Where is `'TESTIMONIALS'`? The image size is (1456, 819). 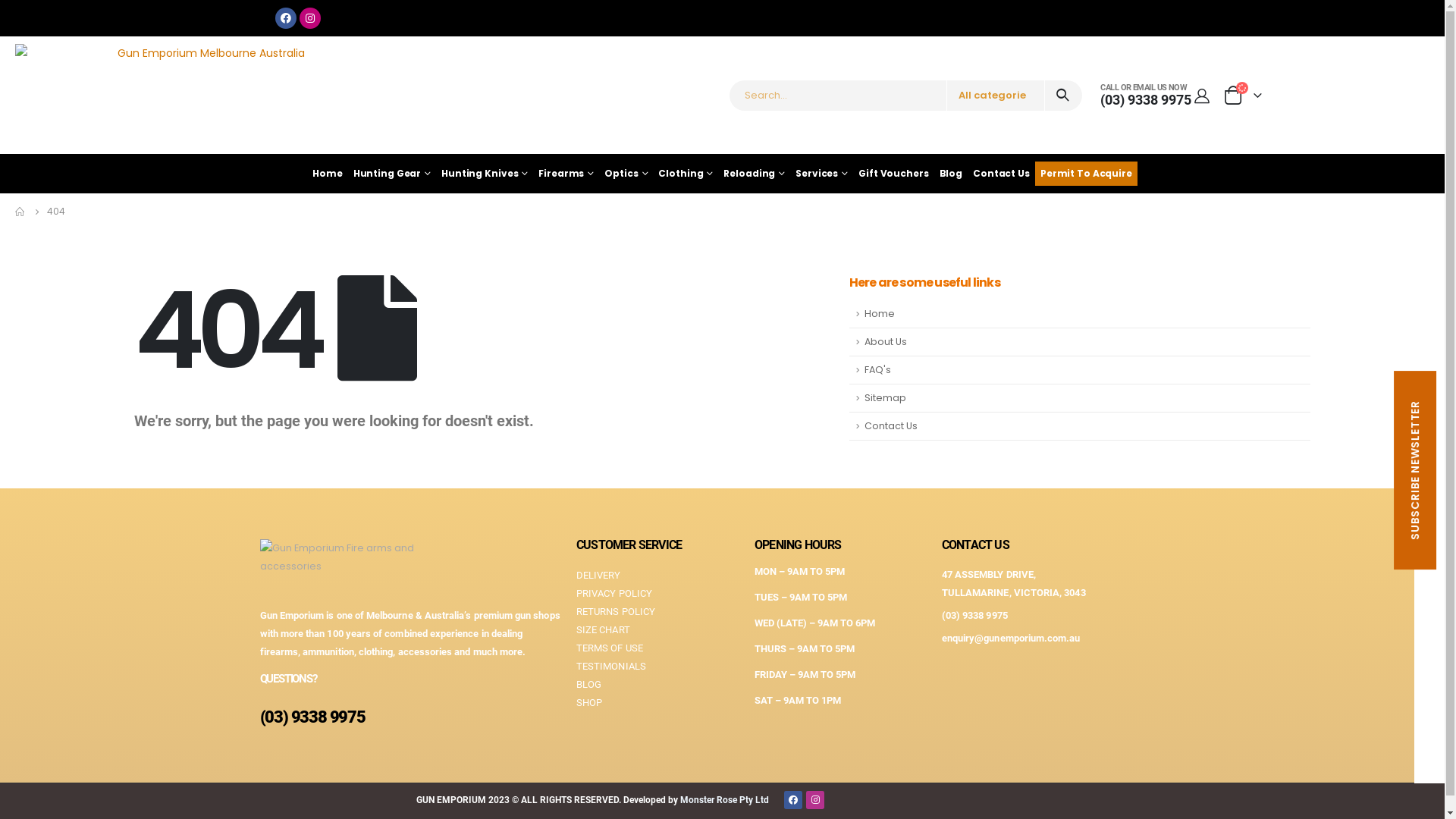 'TESTIMONIALS' is located at coordinates (575, 666).